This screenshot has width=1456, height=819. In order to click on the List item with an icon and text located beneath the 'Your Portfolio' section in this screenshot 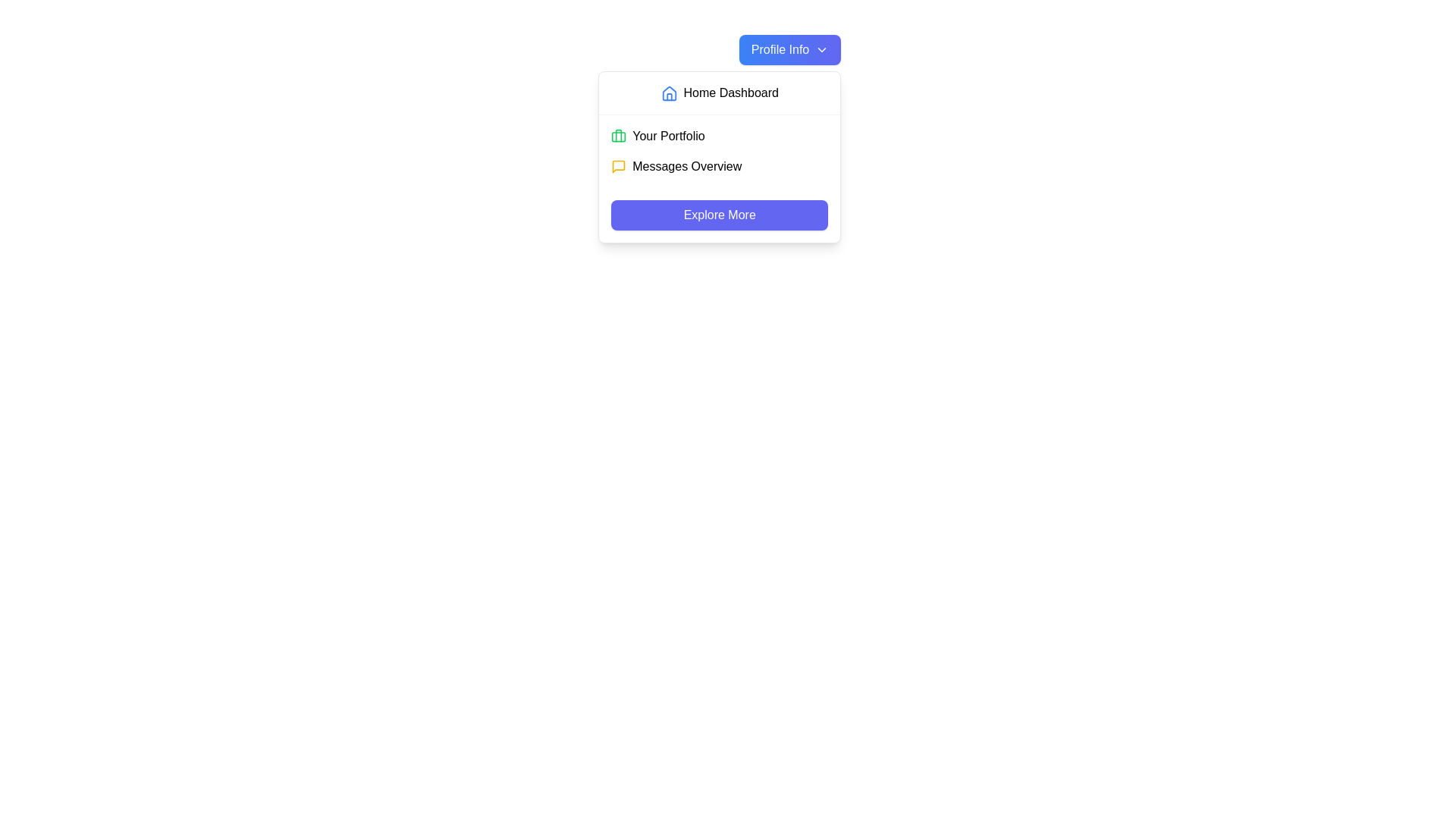, I will do `click(719, 166)`.